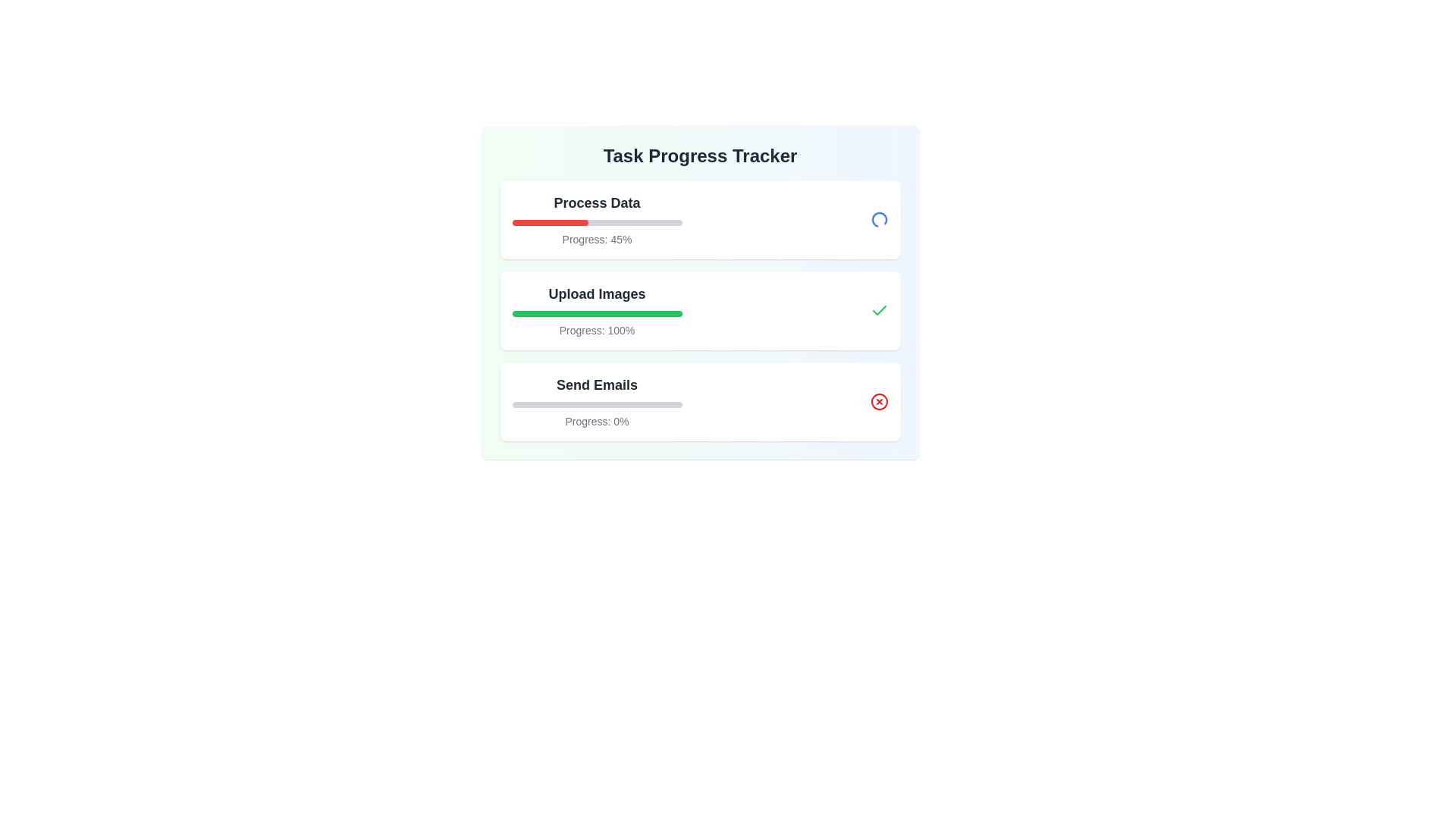 Image resolution: width=1456 pixels, height=819 pixels. I want to click on the spinning animation of the Loading Spinner Icon located in the 'Process Data' card, positioned near the right side adjacent to the progress bar, so click(879, 219).